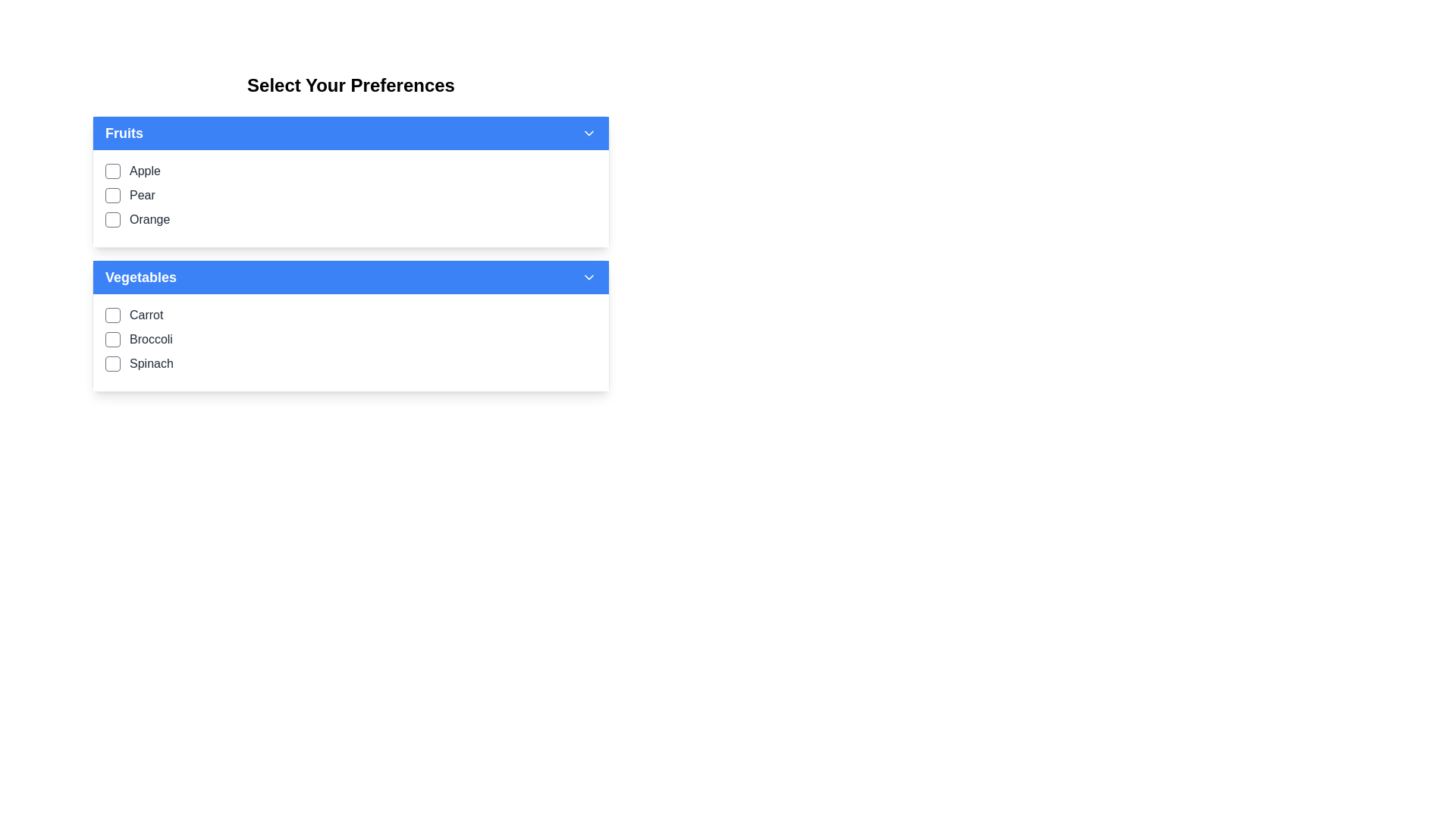 The image size is (1456, 819). I want to click on the small square checkbox with a white background and gray border, positioned to the left of the 'Apple' label in the 'Fruits' section, to trigger visual feedback, so click(111, 171).